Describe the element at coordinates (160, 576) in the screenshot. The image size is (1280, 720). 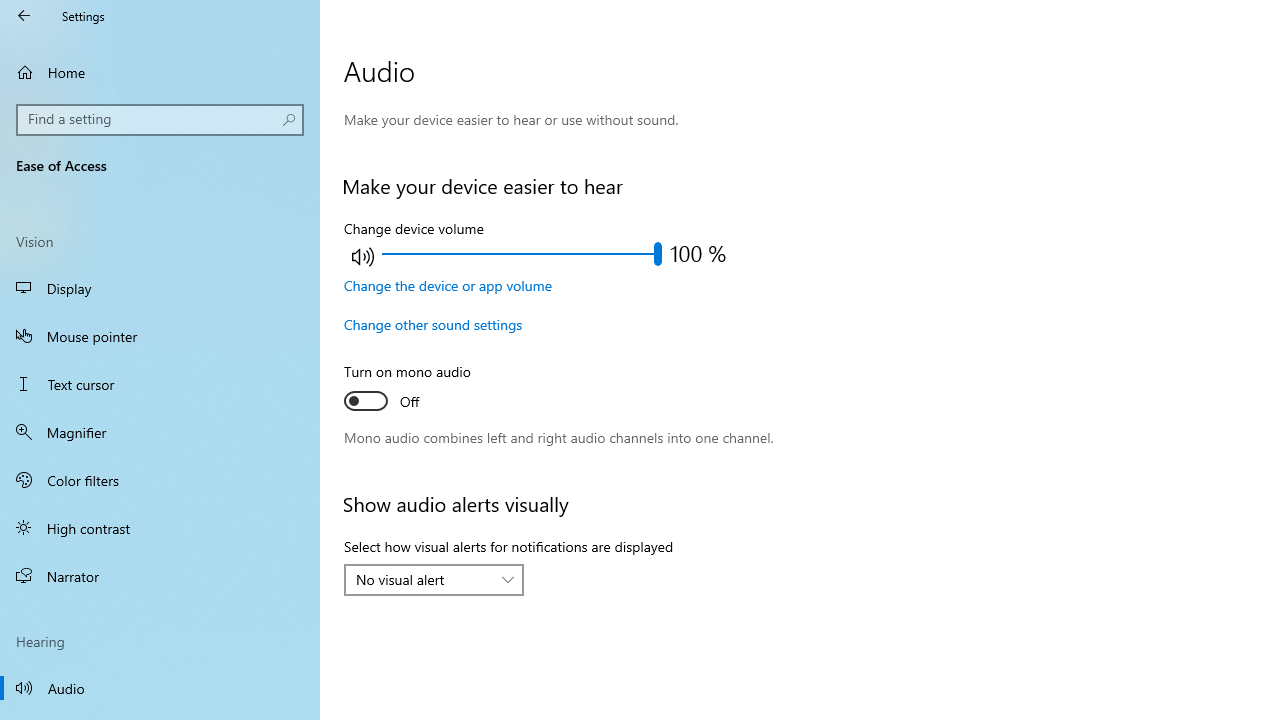
I see `'Narrator'` at that location.